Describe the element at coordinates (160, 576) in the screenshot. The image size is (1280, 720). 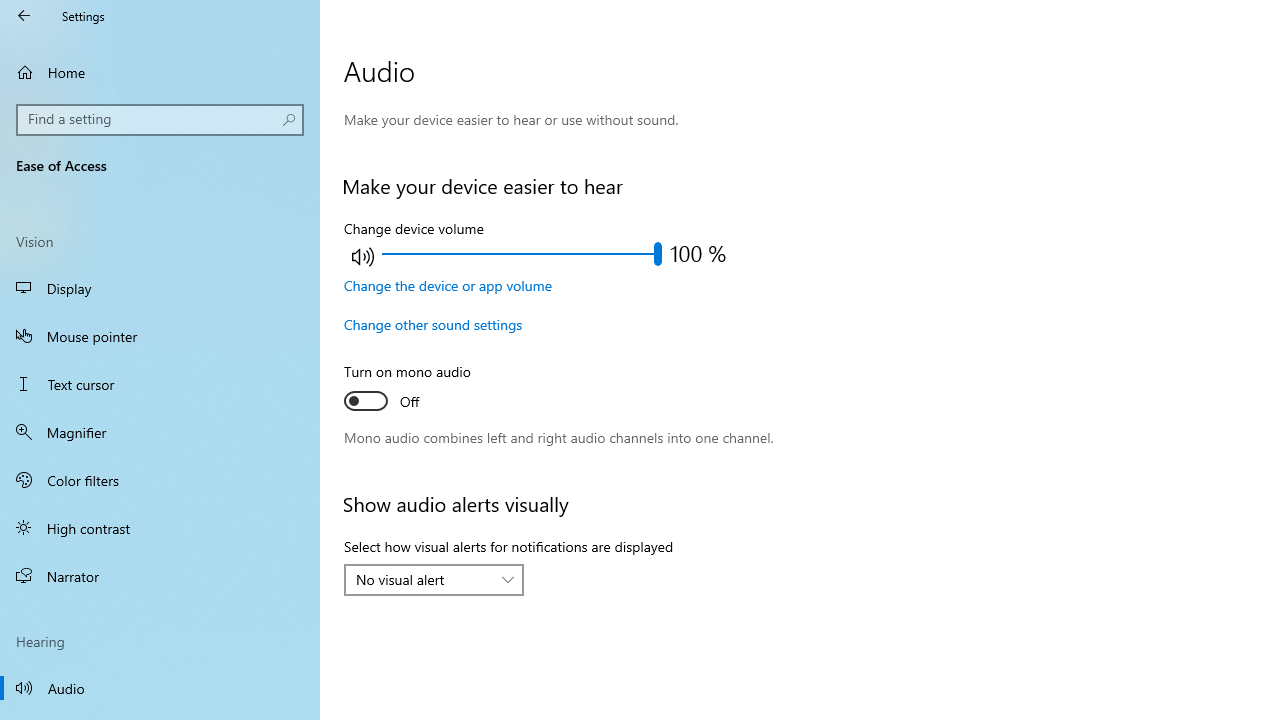
I see `'Narrator'` at that location.